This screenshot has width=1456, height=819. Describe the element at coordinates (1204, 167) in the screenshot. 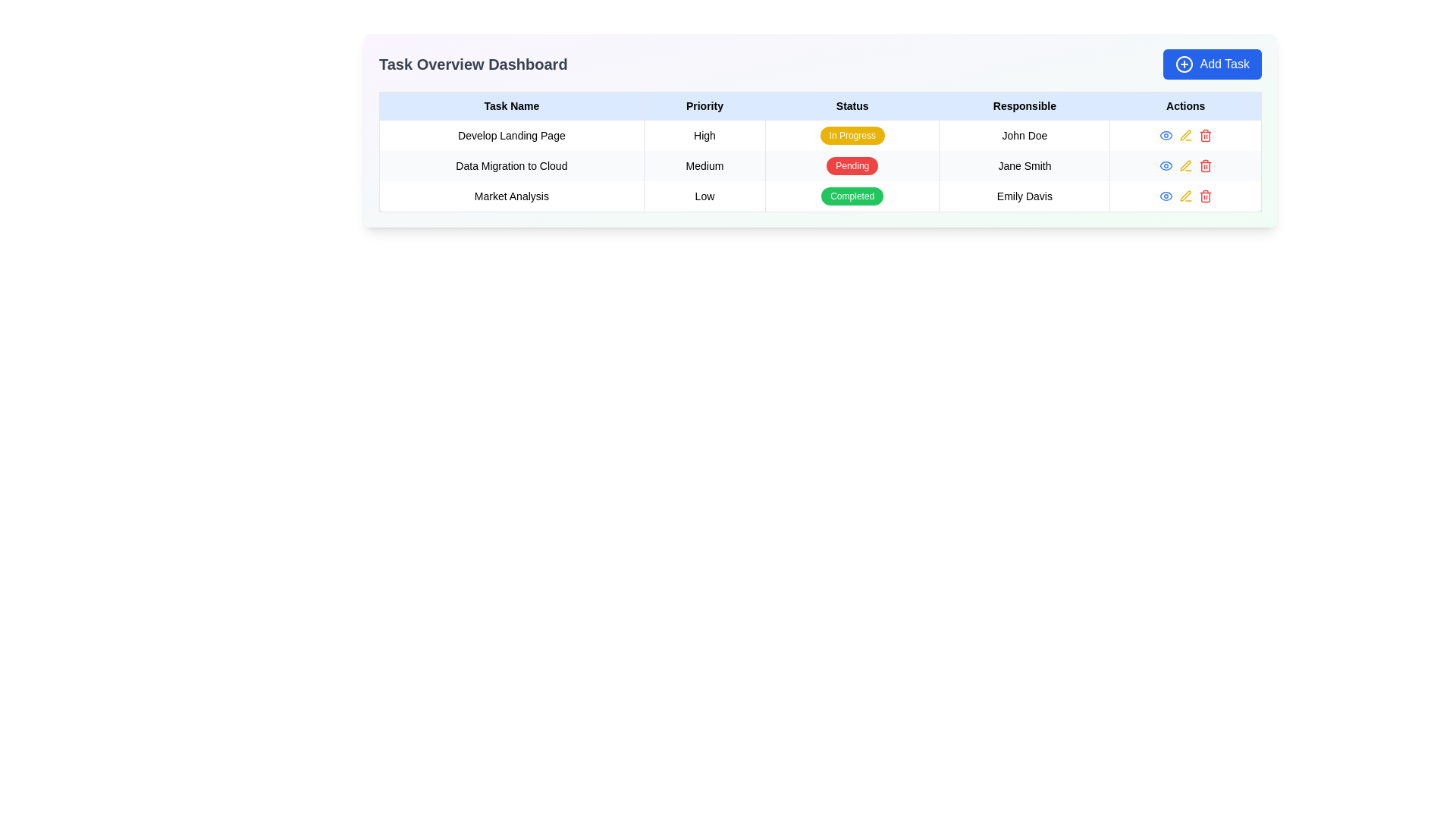

I see `the trash can icon in the 'Actions' column of the last row of the table, which is styled in red and signifies a delete action` at that location.